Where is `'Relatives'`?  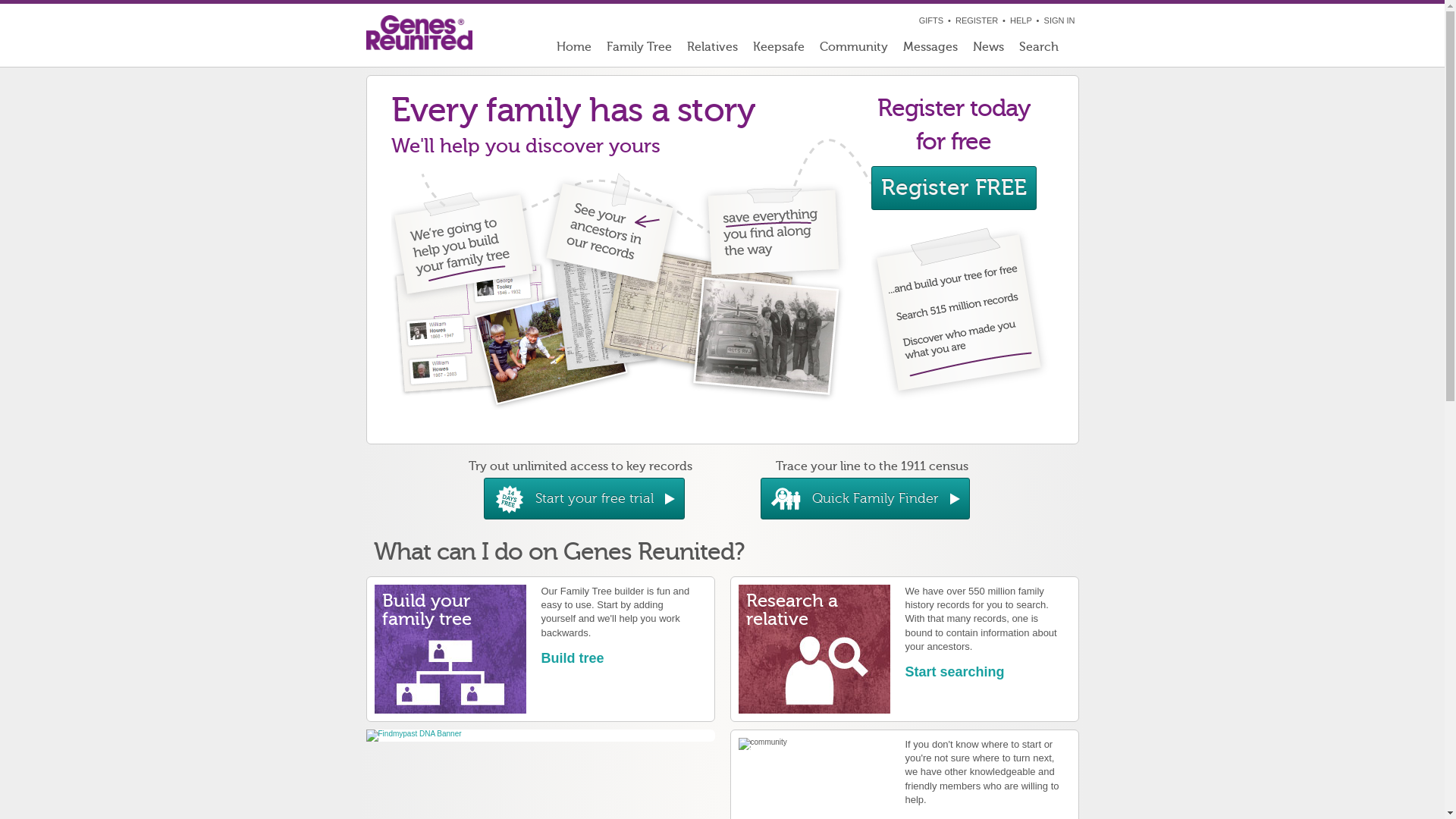
'Relatives' is located at coordinates (711, 49).